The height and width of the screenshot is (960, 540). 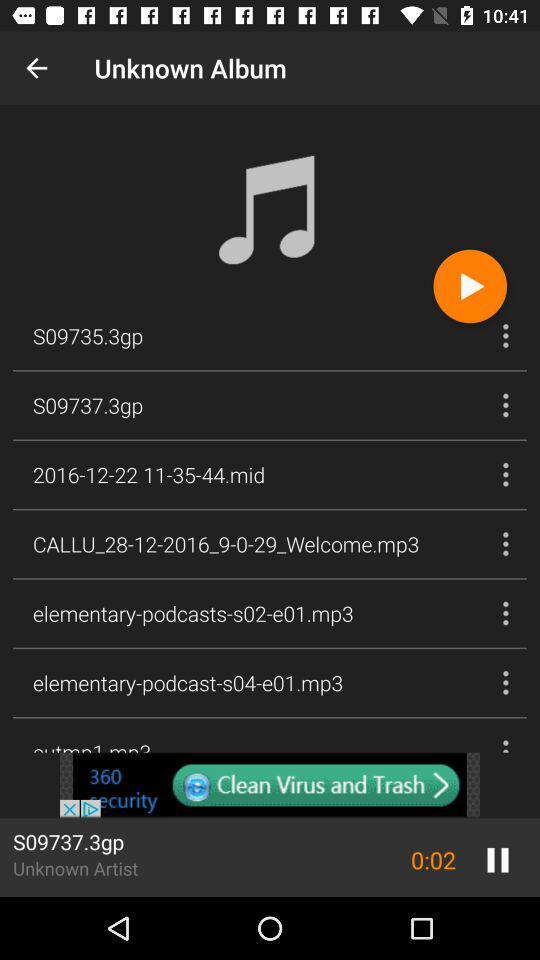 I want to click on the play icon, so click(x=470, y=285).